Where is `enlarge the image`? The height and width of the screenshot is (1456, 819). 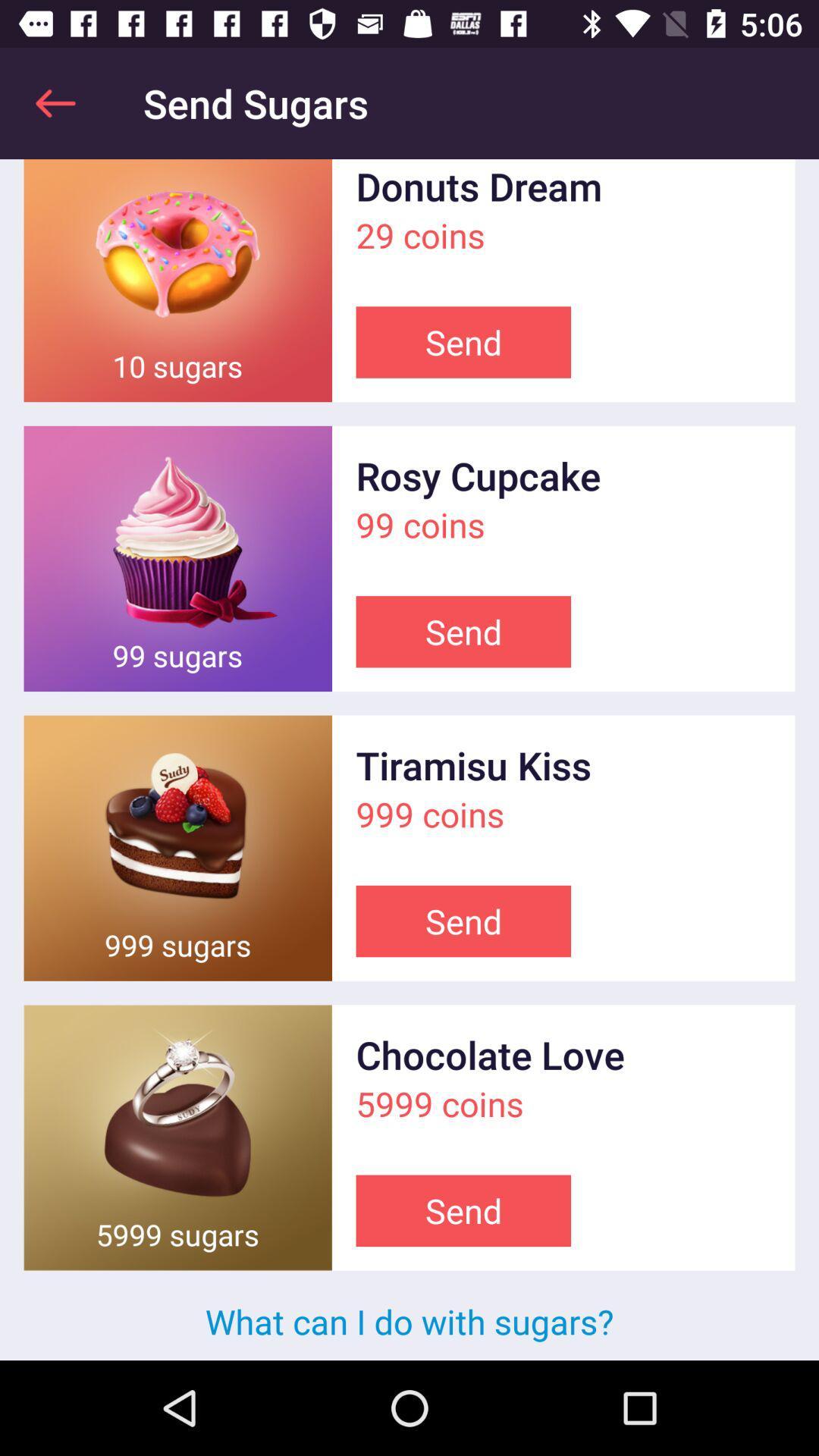
enlarge the image is located at coordinates (177, 557).